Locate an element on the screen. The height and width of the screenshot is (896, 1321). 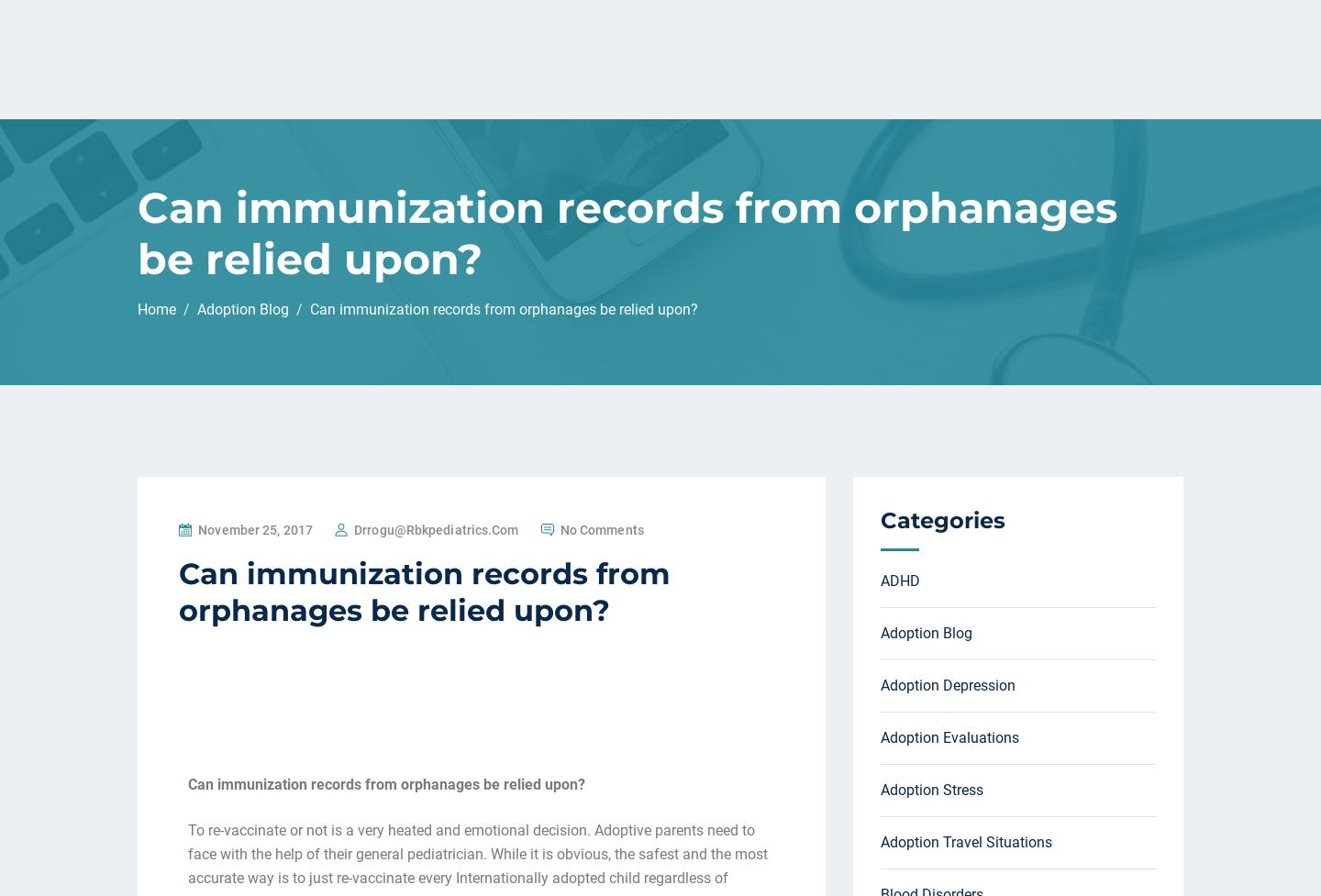
'In order to accept and continue a number of strict criteria will need to be met first:' is located at coordinates (457, 286).